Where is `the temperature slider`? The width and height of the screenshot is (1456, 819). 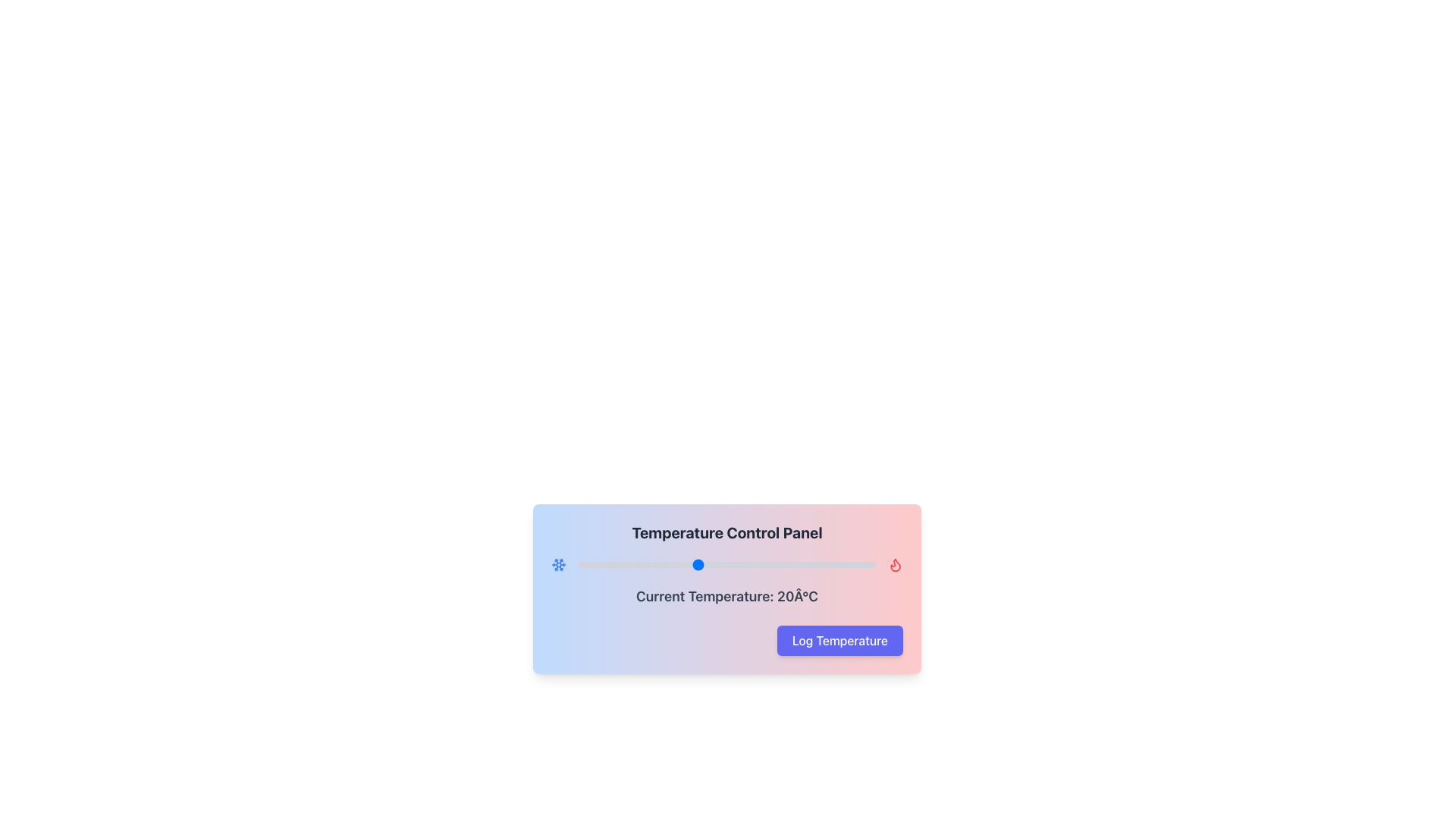 the temperature slider is located at coordinates (696, 564).